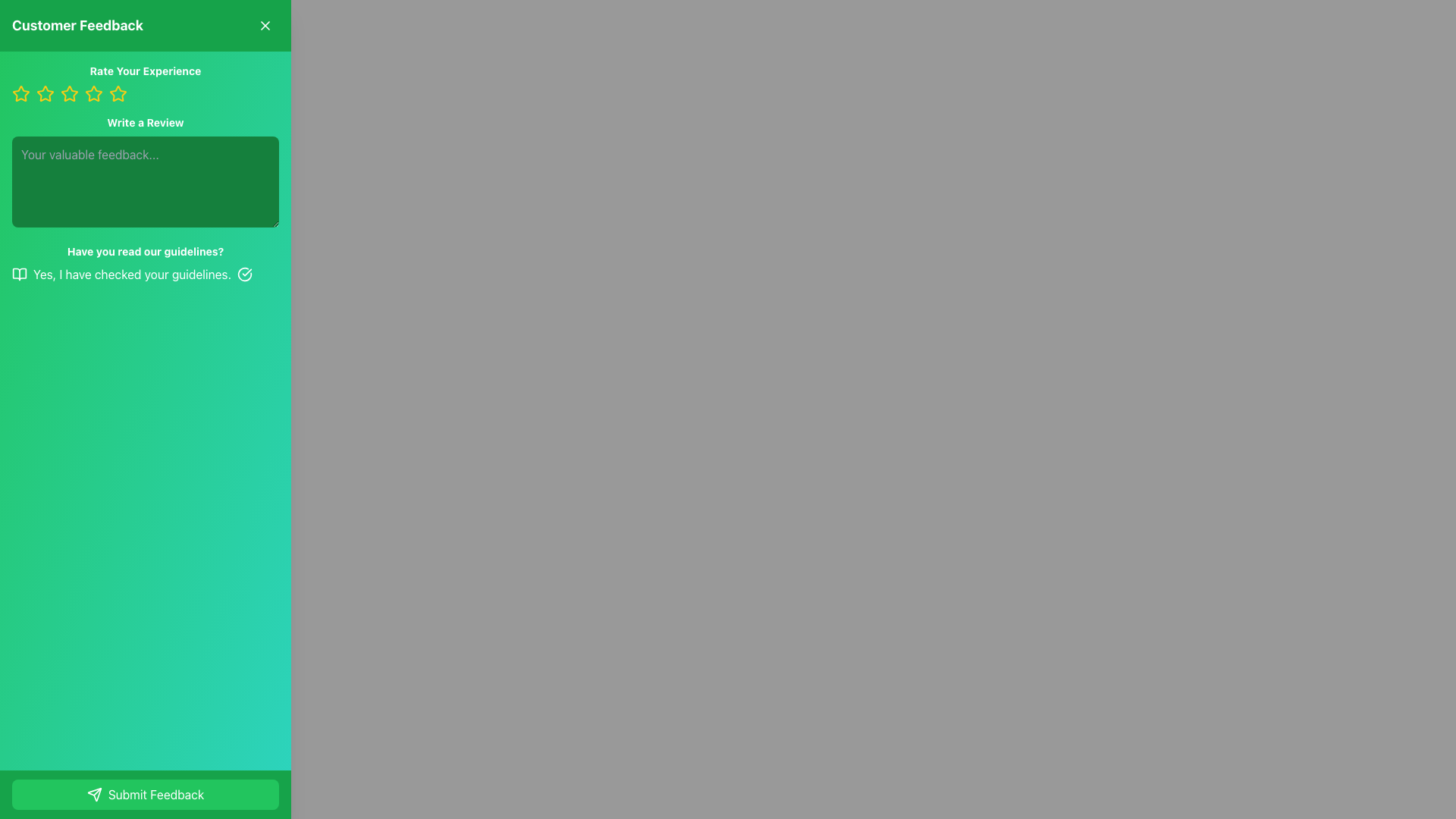  What do you see at coordinates (68, 93) in the screenshot?
I see `the third yellow star-shaped rating icon in the 'Rate Your Experience' section` at bounding box center [68, 93].